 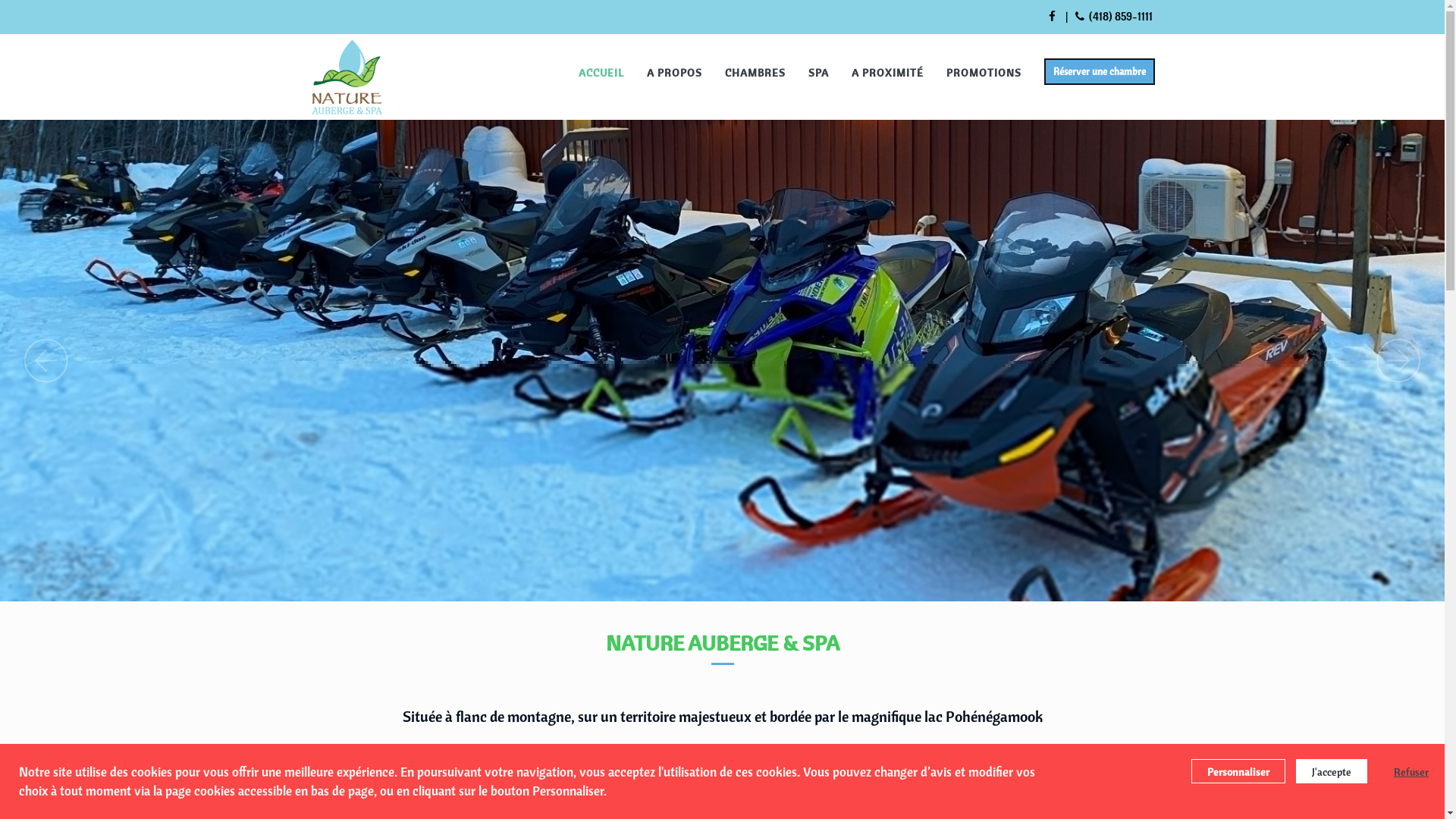 I want to click on 'A PROPOS', so click(x=673, y=72).